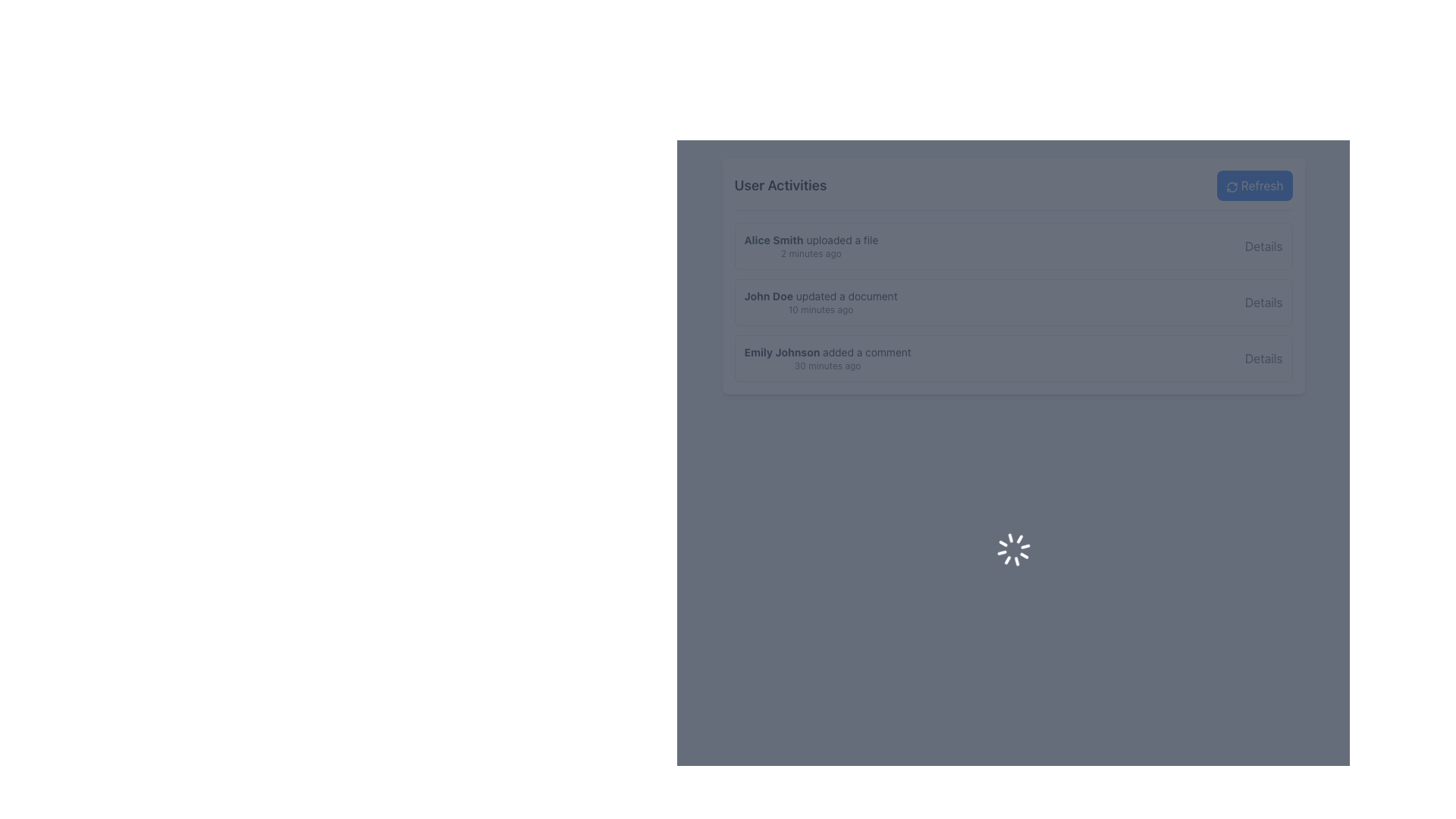 This screenshot has width=1456, height=819. What do you see at coordinates (773, 239) in the screenshot?
I see `the Text Label that indicates the name of an individual involved in an action within the 'User Activities' panel` at bounding box center [773, 239].